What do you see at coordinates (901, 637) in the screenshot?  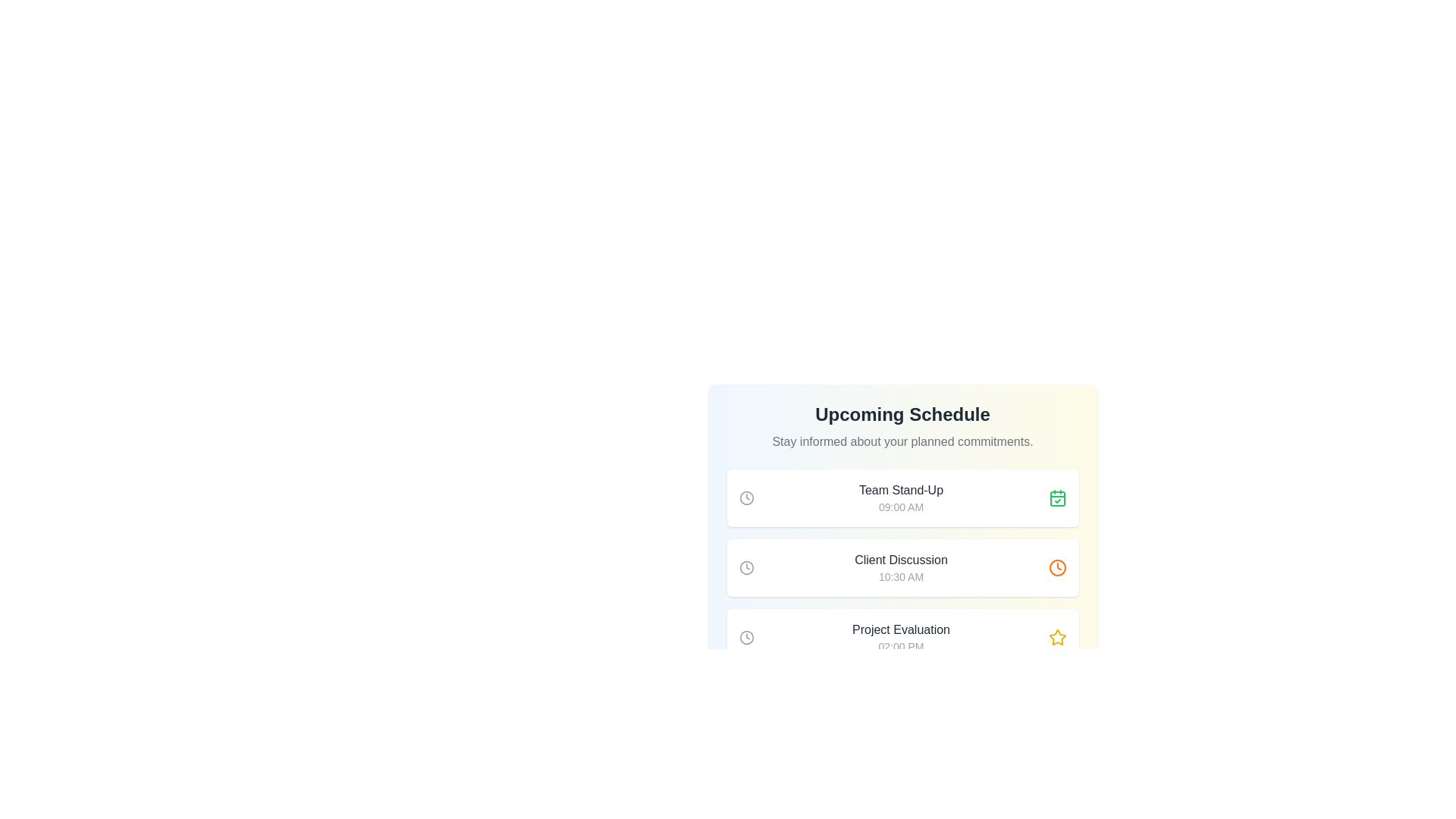 I see `the text display component that shows the title and time of a scheduled event located in the third row of the 'Upcoming Schedule' list, centrally aligned under 'Team Stand-Up' and 'Client Discussion'` at bounding box center [901, 637].